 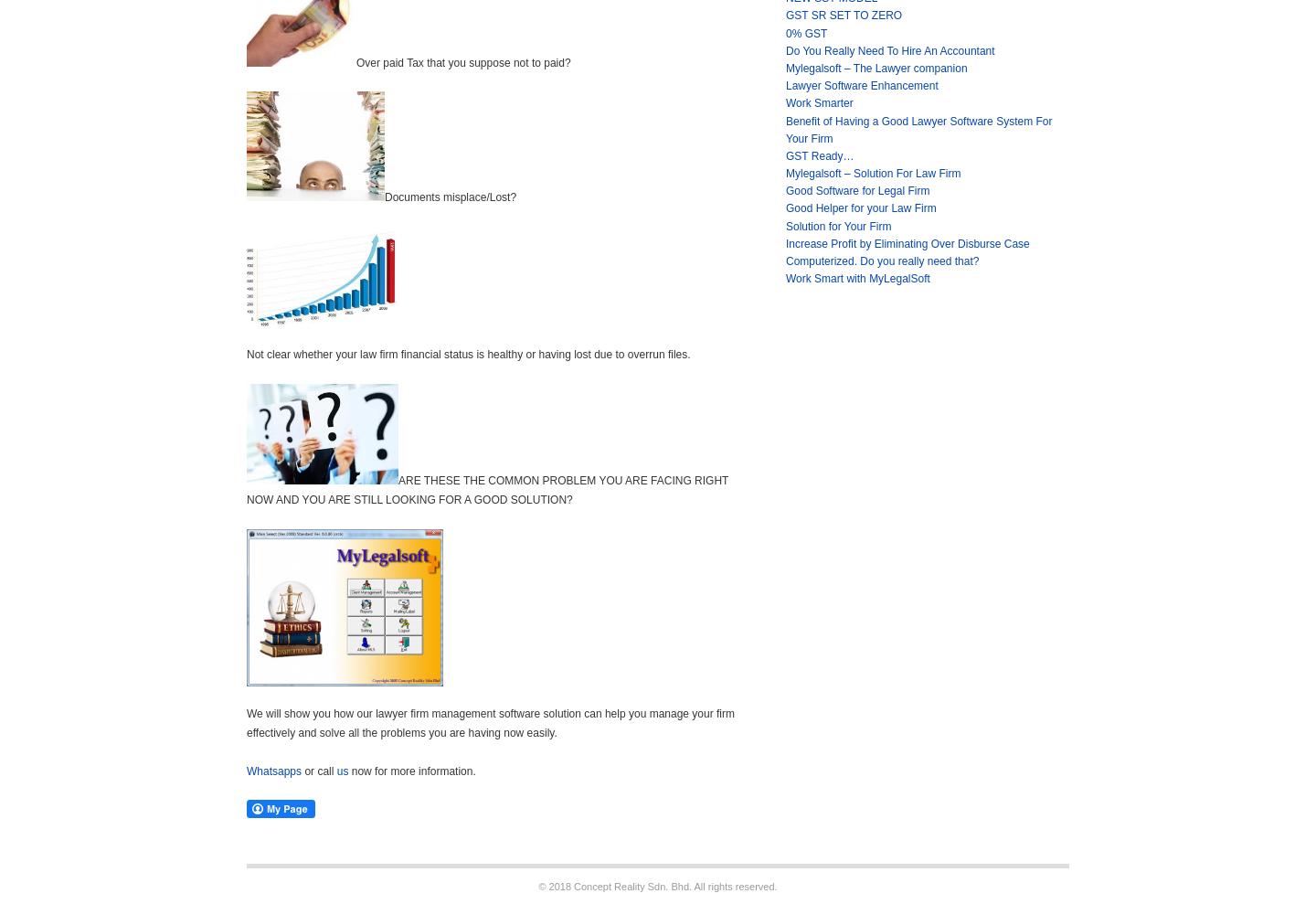 What do you see at coordinates (304, 771) in the screenshot?
I see `'or call'` at bounding box center [304, 771].